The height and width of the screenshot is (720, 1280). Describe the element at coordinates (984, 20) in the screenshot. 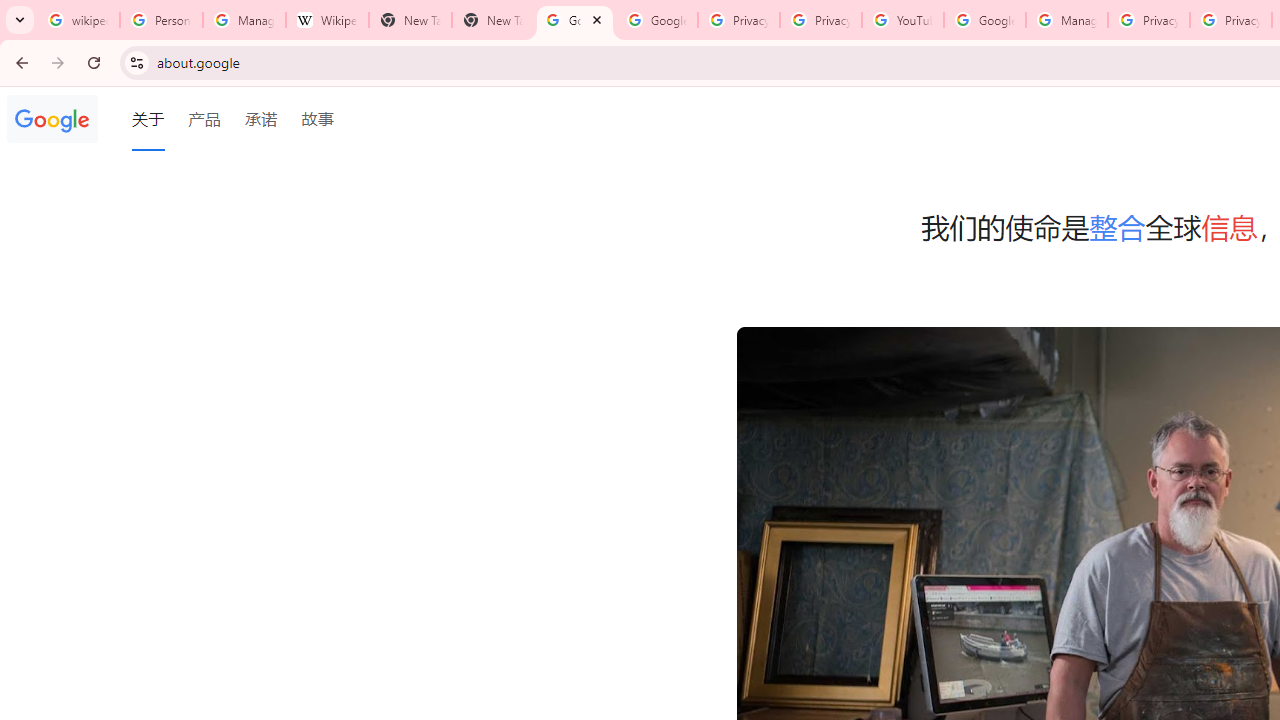

I see `'Google Account Help'` at that location.